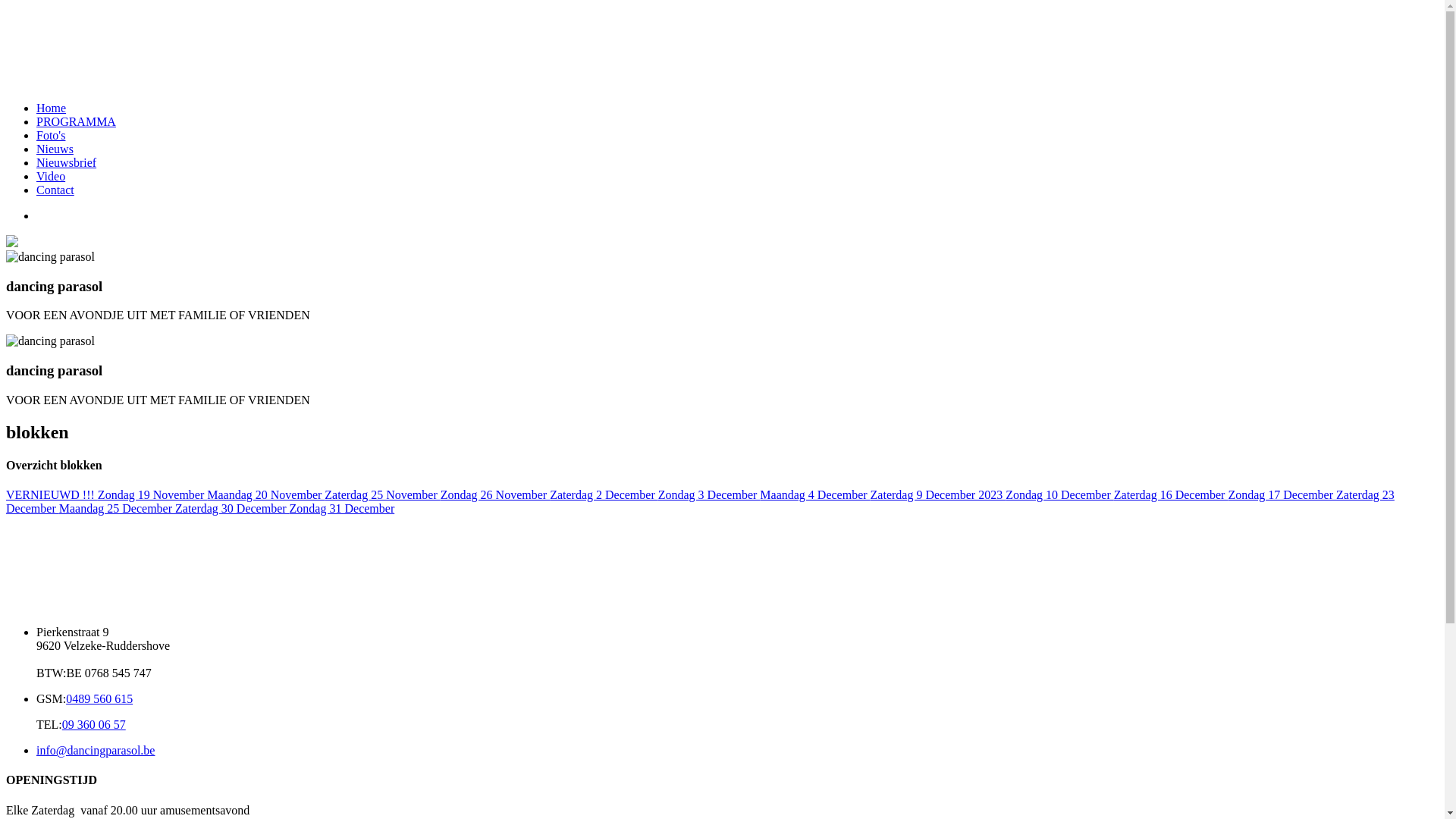  I want to click on 'Zaterdag 30 December', so click(231, 508).